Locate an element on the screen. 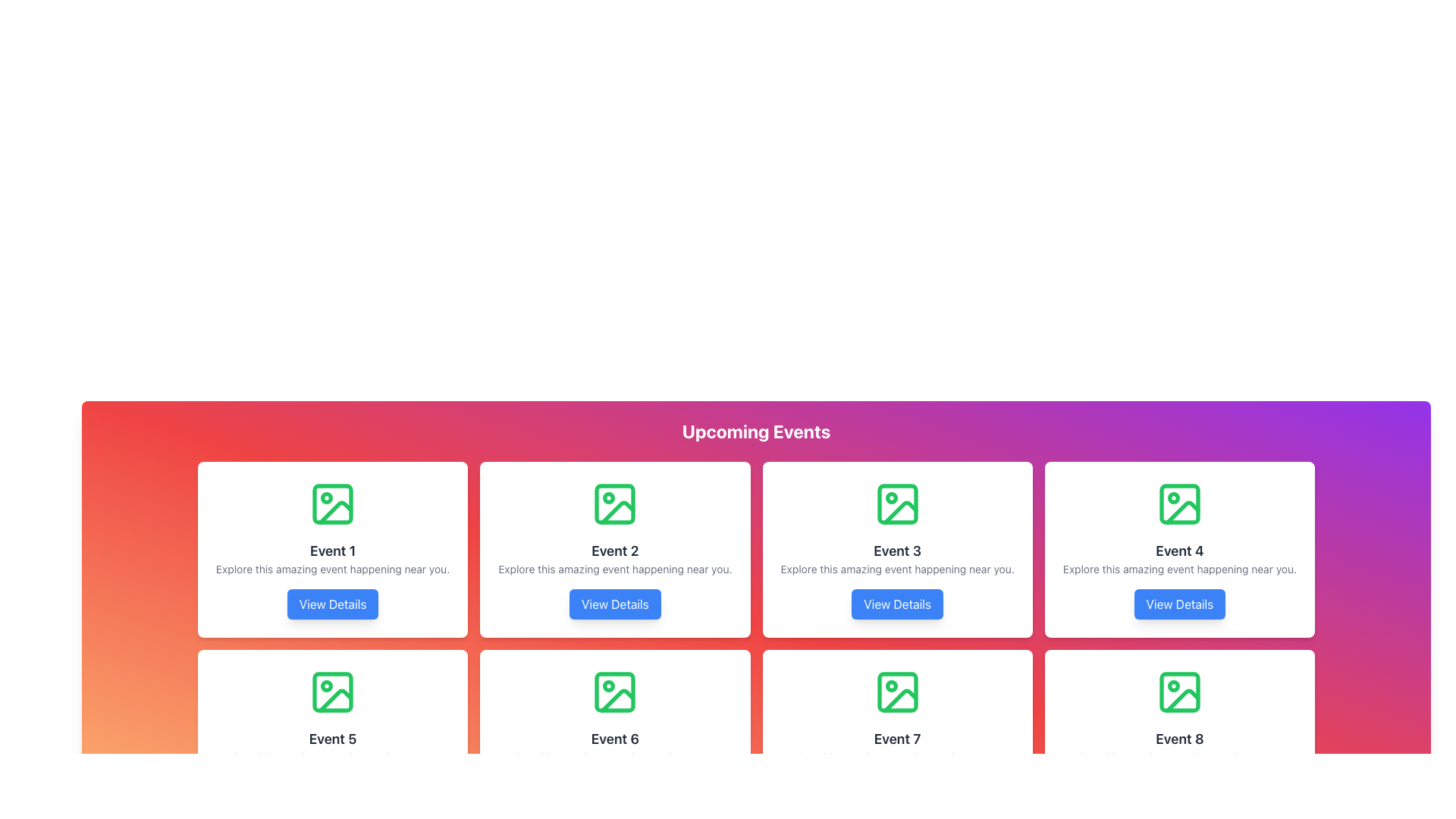 The width and height of the screenshot is (1456, 819). the icon located at the top section of the card layout titled 'Event 1', which serves as a visual representation for the event is located at coordinates (332, 504).